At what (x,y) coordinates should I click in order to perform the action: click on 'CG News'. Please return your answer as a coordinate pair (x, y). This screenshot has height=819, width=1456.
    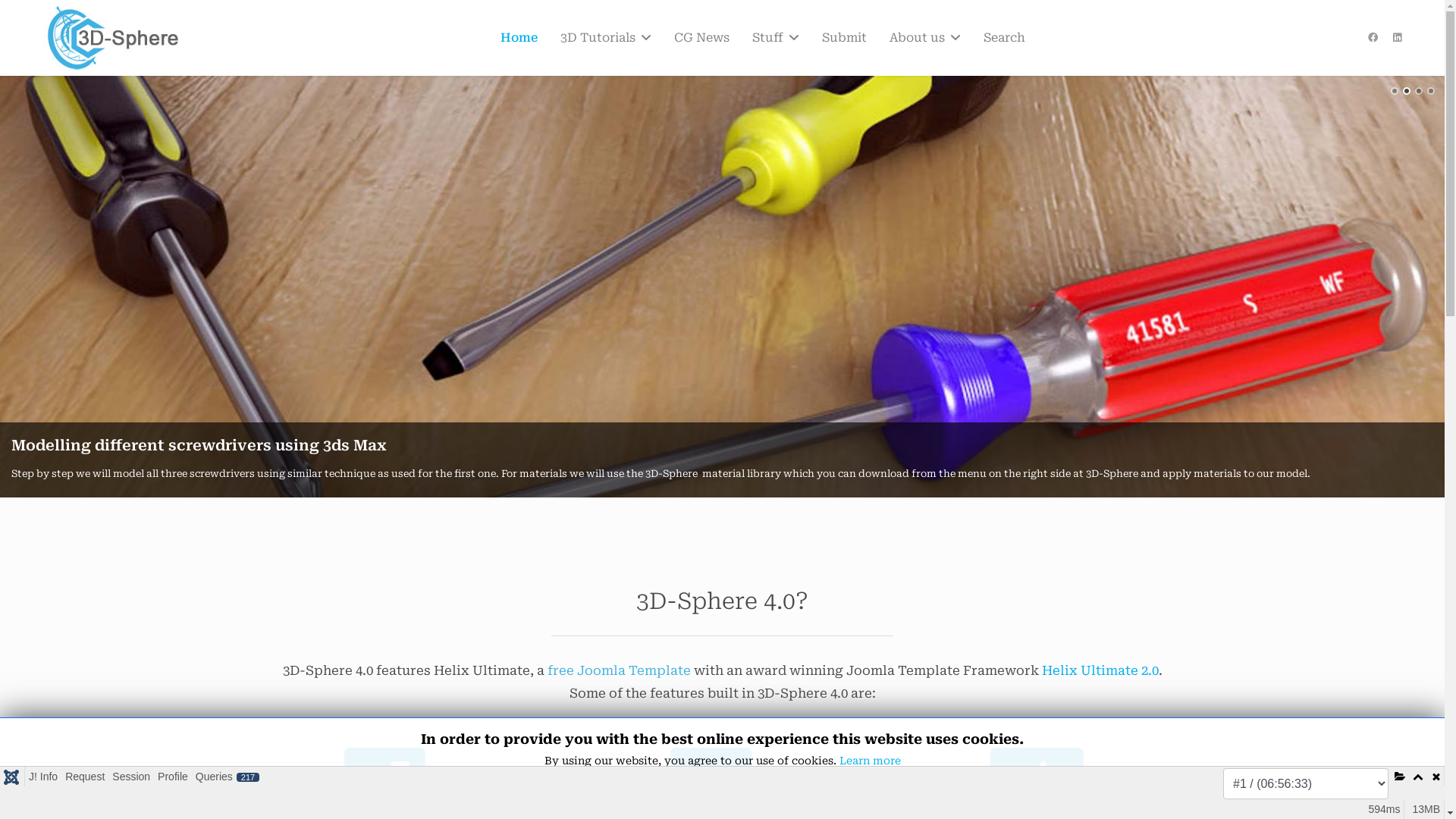
    Looking at the image, I should click on (701, 37).